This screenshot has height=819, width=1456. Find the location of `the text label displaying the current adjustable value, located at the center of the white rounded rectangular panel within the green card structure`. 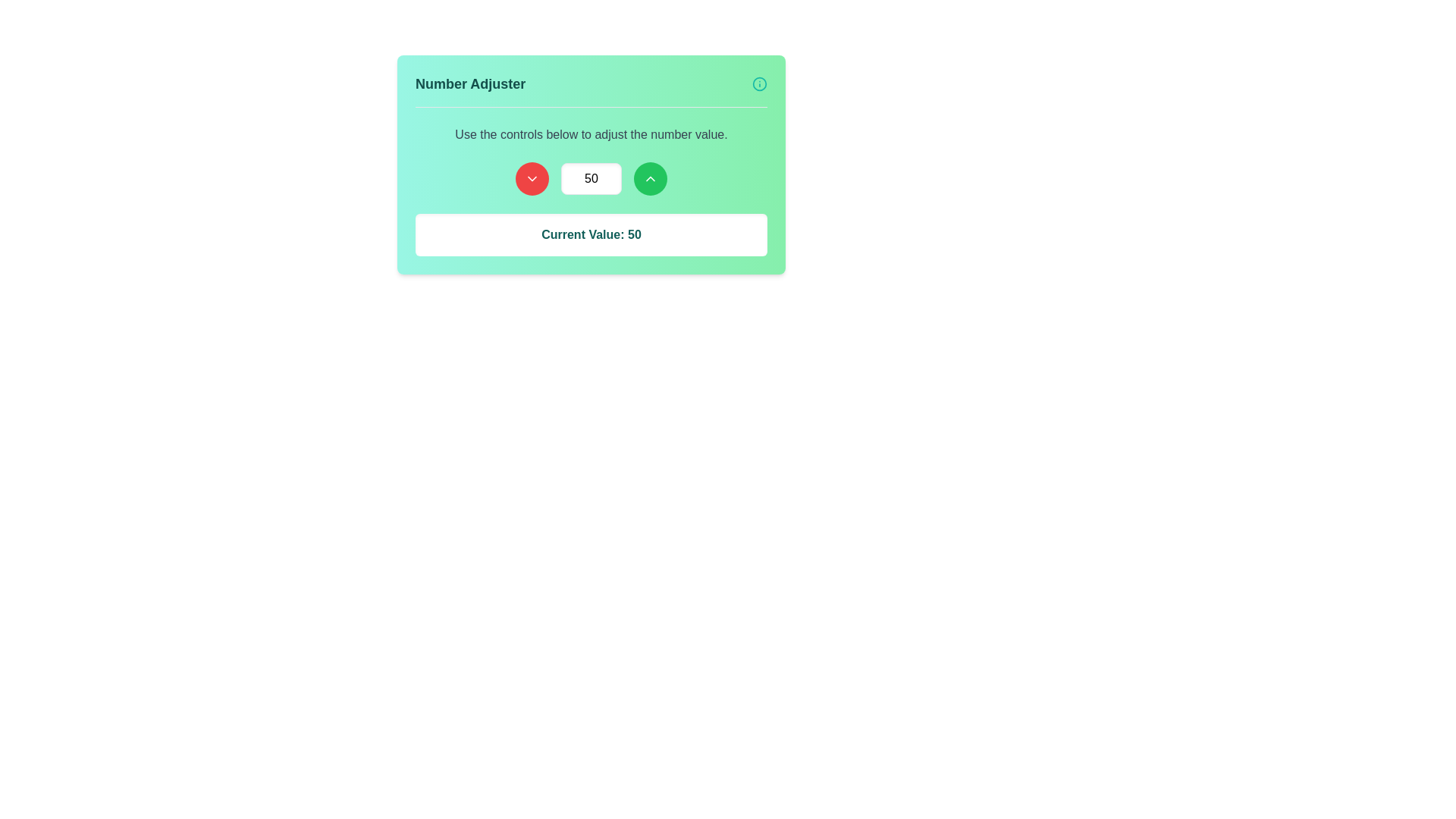

the text label displaying the current adjustable value, located at the center of the white rounded rectangular panel within the green card structure is located at coordinates (590, 234).